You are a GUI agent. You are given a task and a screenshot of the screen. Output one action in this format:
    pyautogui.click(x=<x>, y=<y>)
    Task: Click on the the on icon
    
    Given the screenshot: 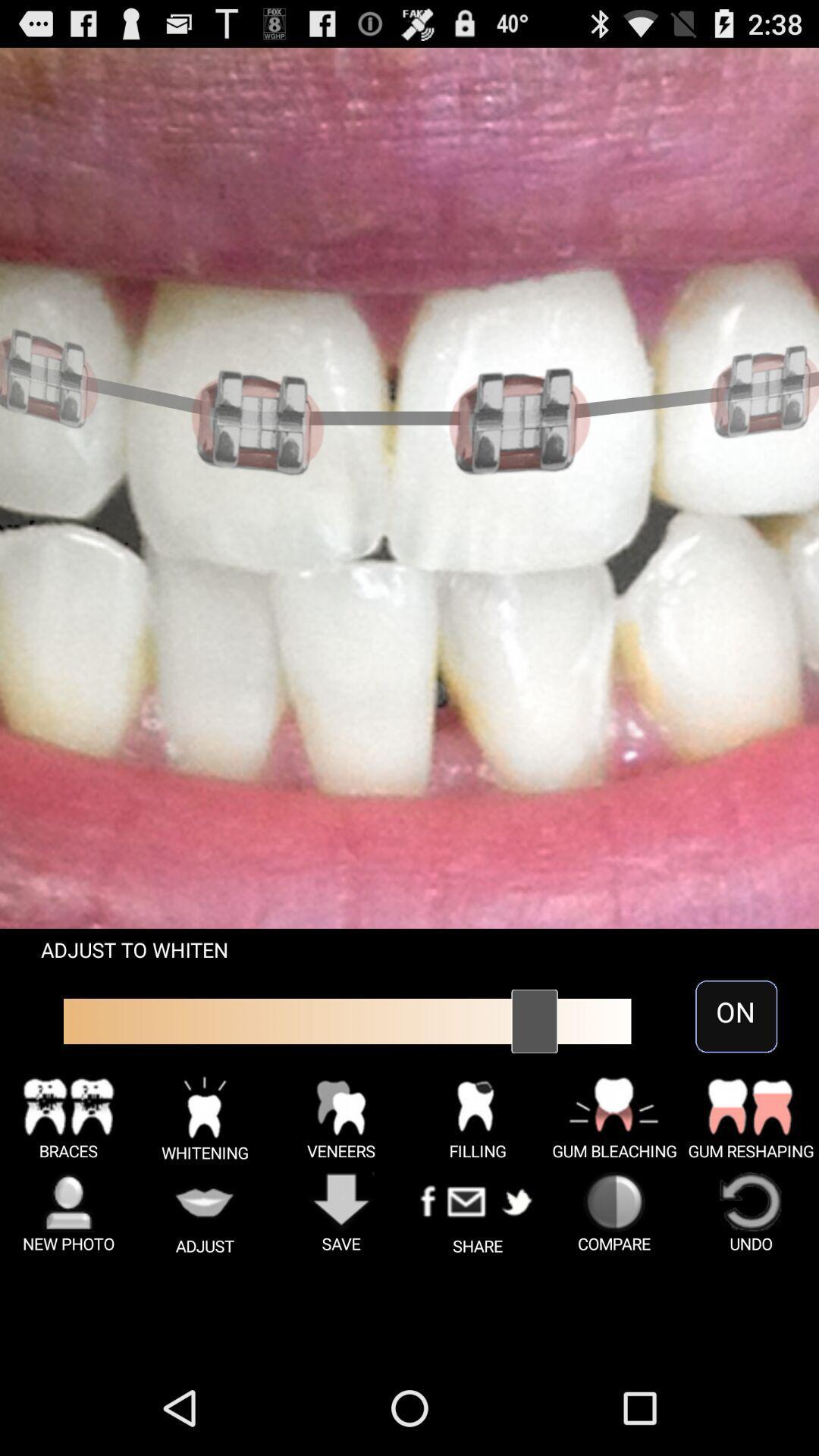 What is the action you would take?
    pyautogui.click(x=736, y=1016)
    